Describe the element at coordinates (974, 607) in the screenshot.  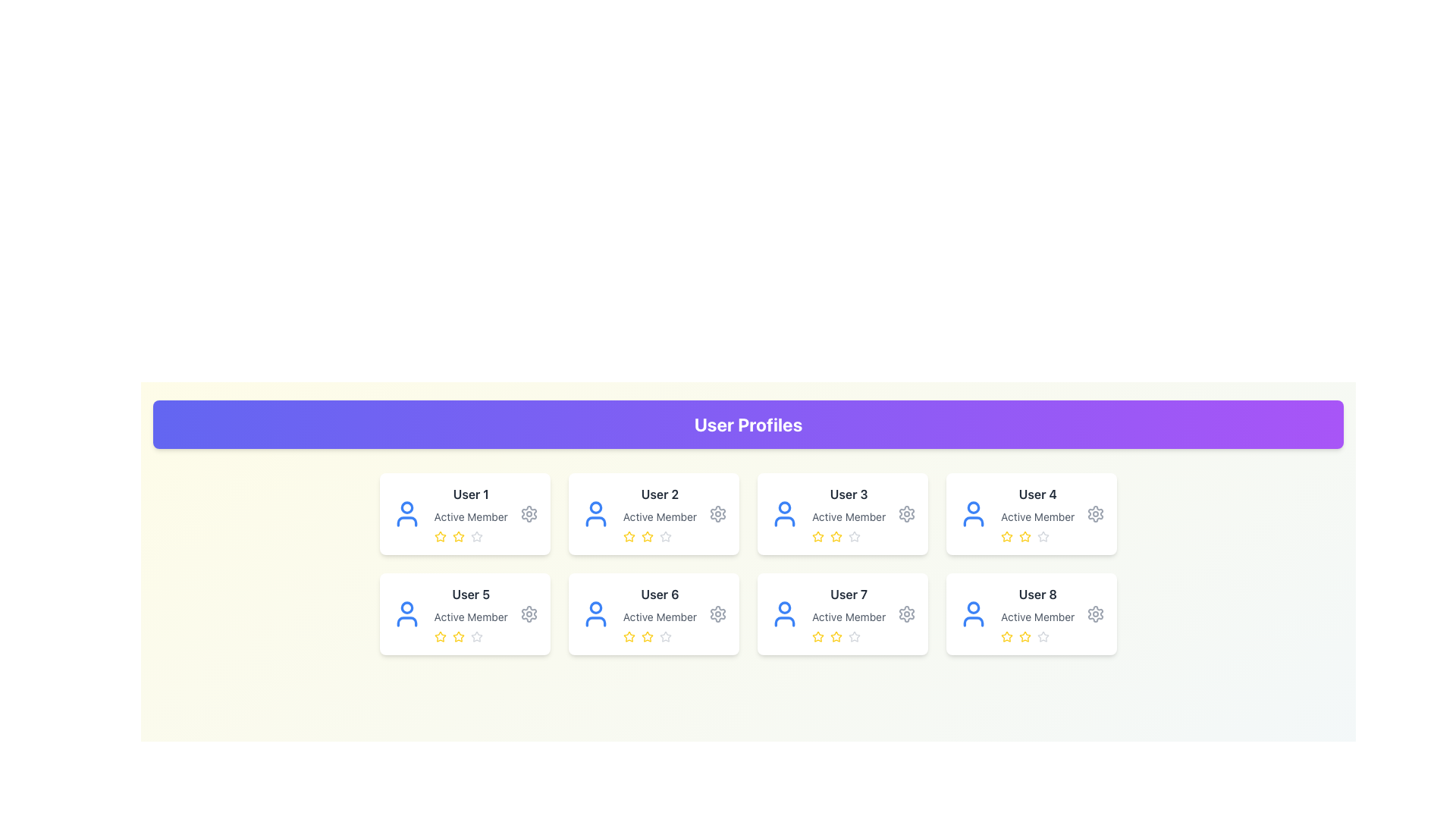
I see `the small circular shape representing the head of 'User 8' within the user profile icon located at the bottom-right corner of the user profiles grid` at that location.